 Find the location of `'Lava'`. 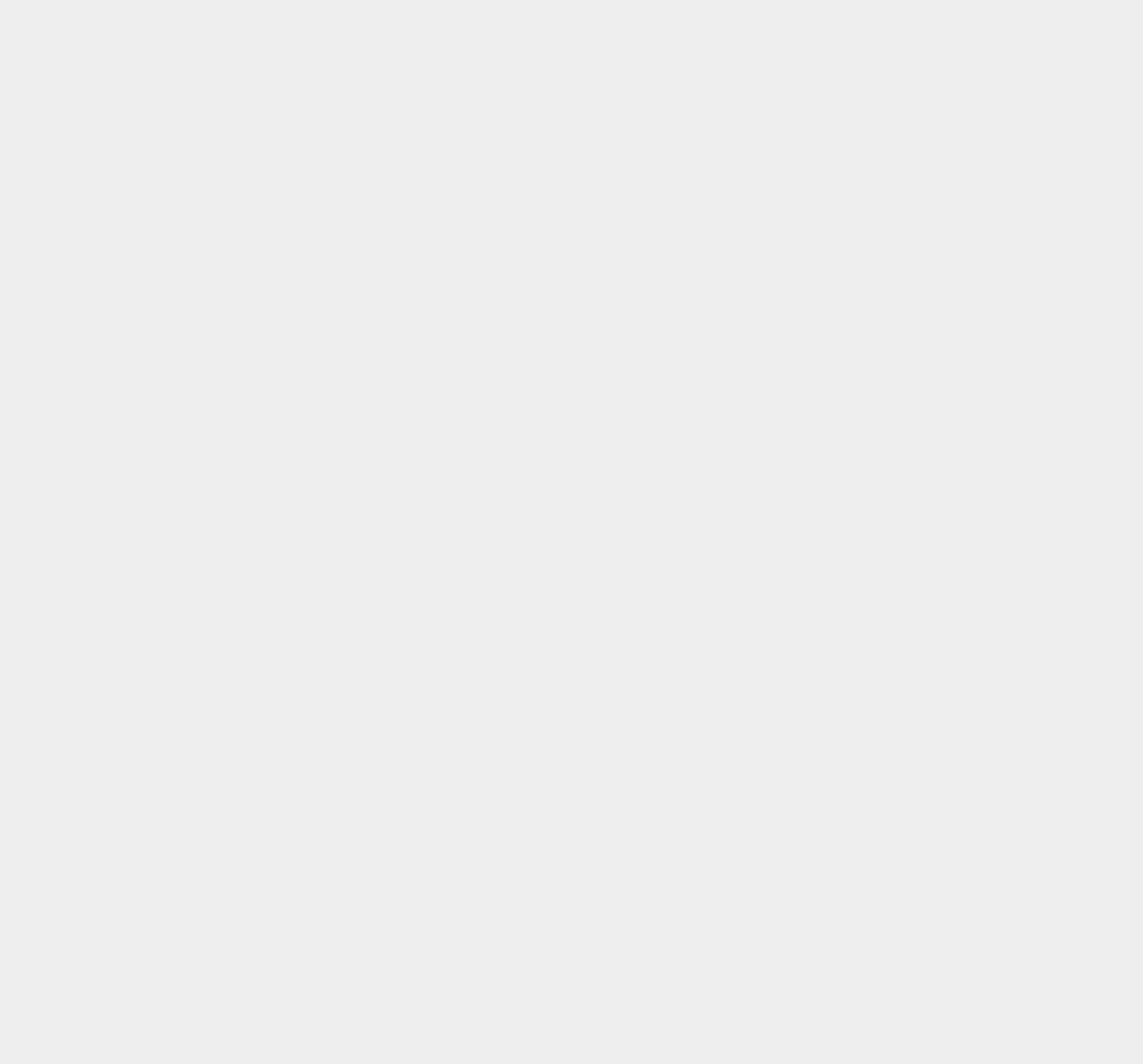

'Lava' is located at coordinates (822, 1036).